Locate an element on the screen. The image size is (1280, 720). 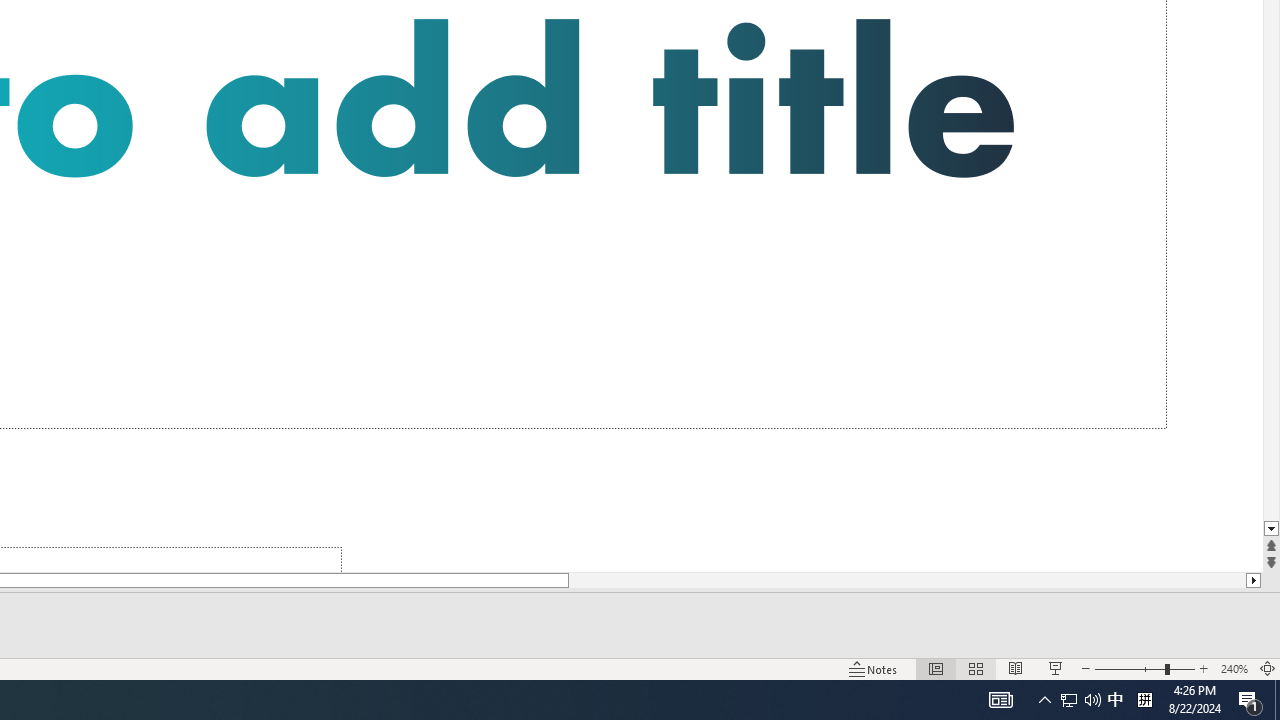
'Normal' is located at coordinates (935, 669).